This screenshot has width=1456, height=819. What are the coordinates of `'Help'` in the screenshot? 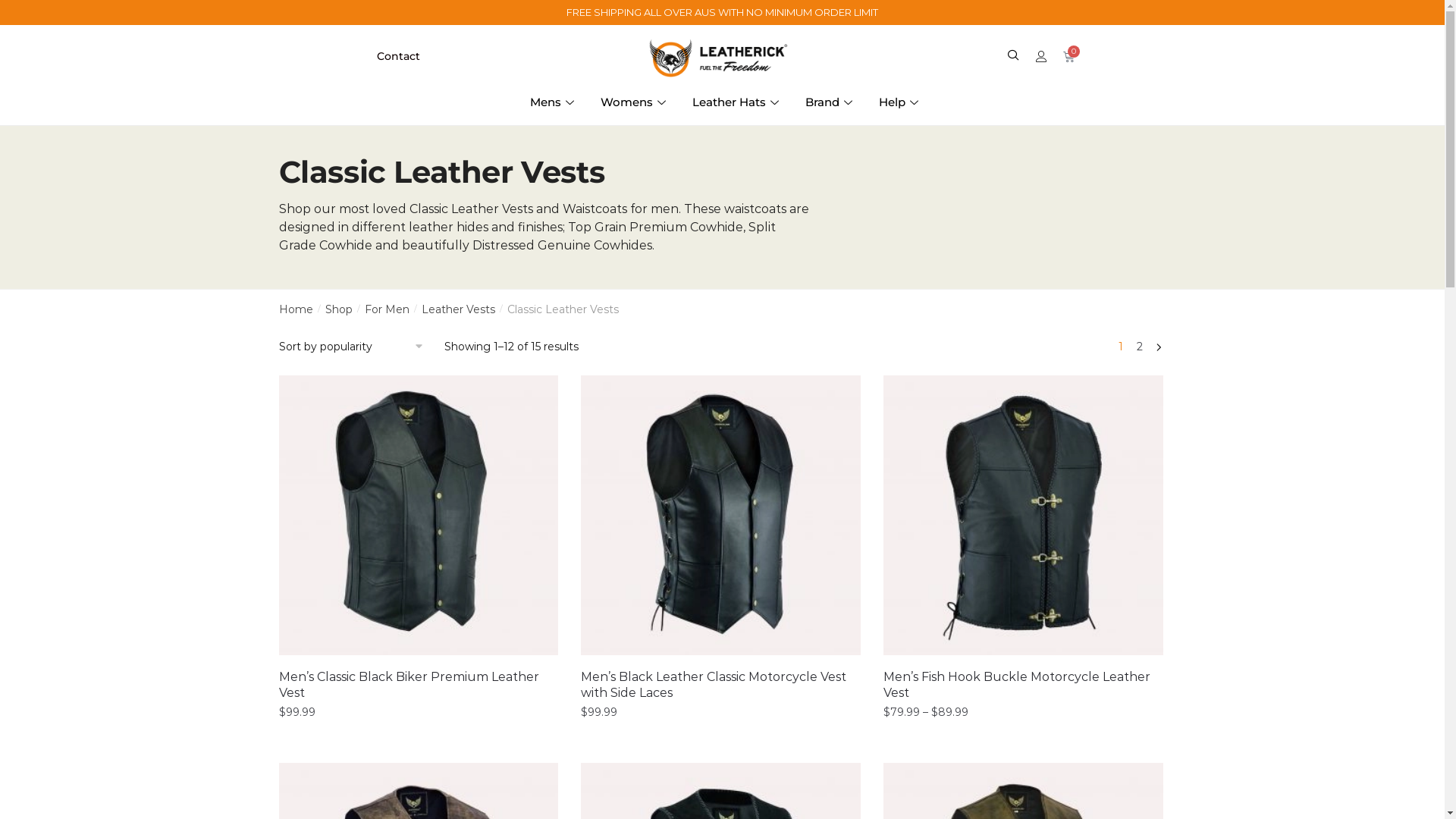 It's located at (900, 102).